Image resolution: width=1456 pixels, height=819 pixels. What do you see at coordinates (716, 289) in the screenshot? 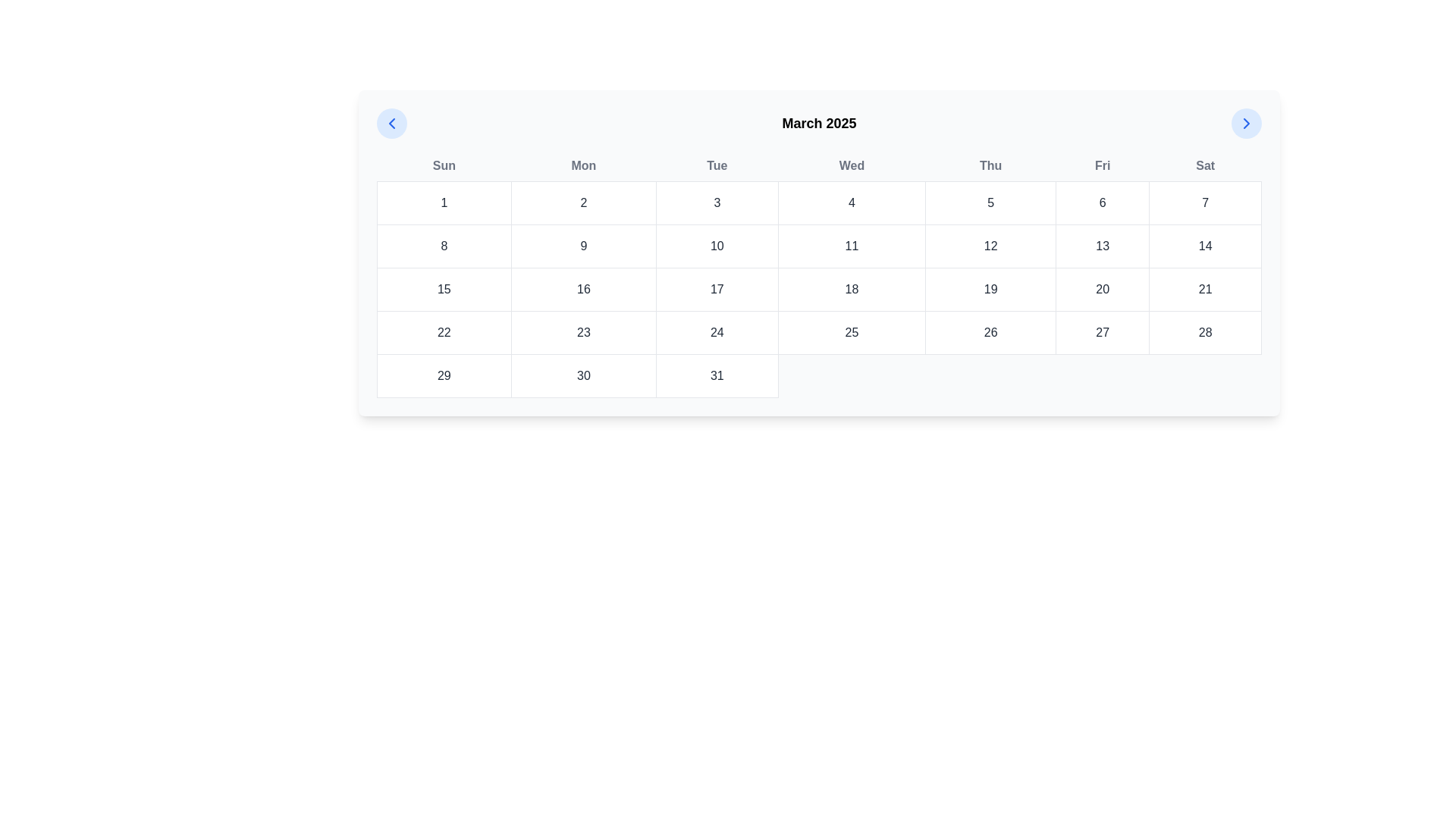
I see `the clickable calendar date box displaying '17'` at bounding box center [716, 289].